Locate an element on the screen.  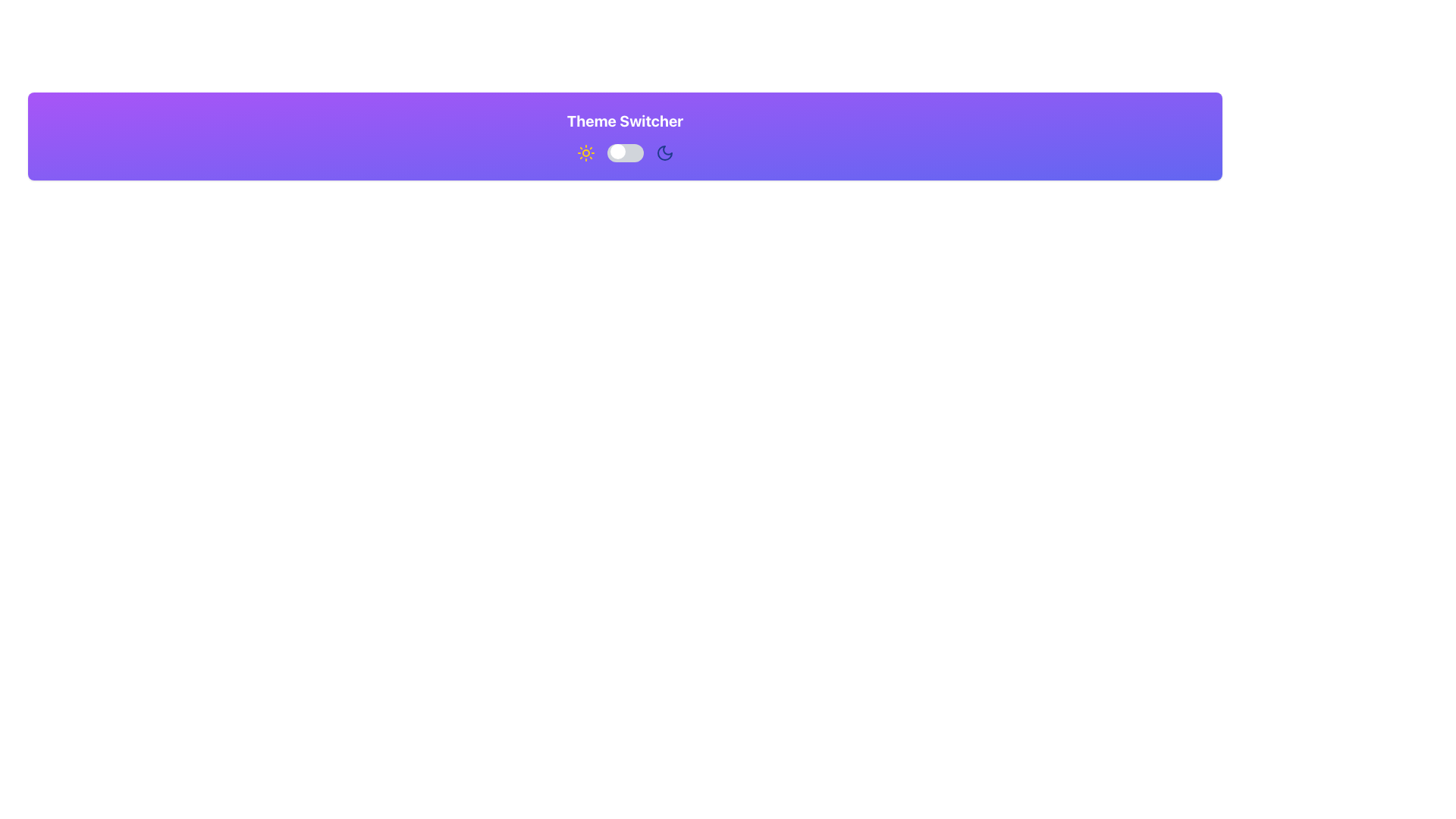
the theme toggle switch button located centrally between the yellow sun icon and the dark blue moon icon in the 'Theme Switcher' section is located at coordinates (625, 152).